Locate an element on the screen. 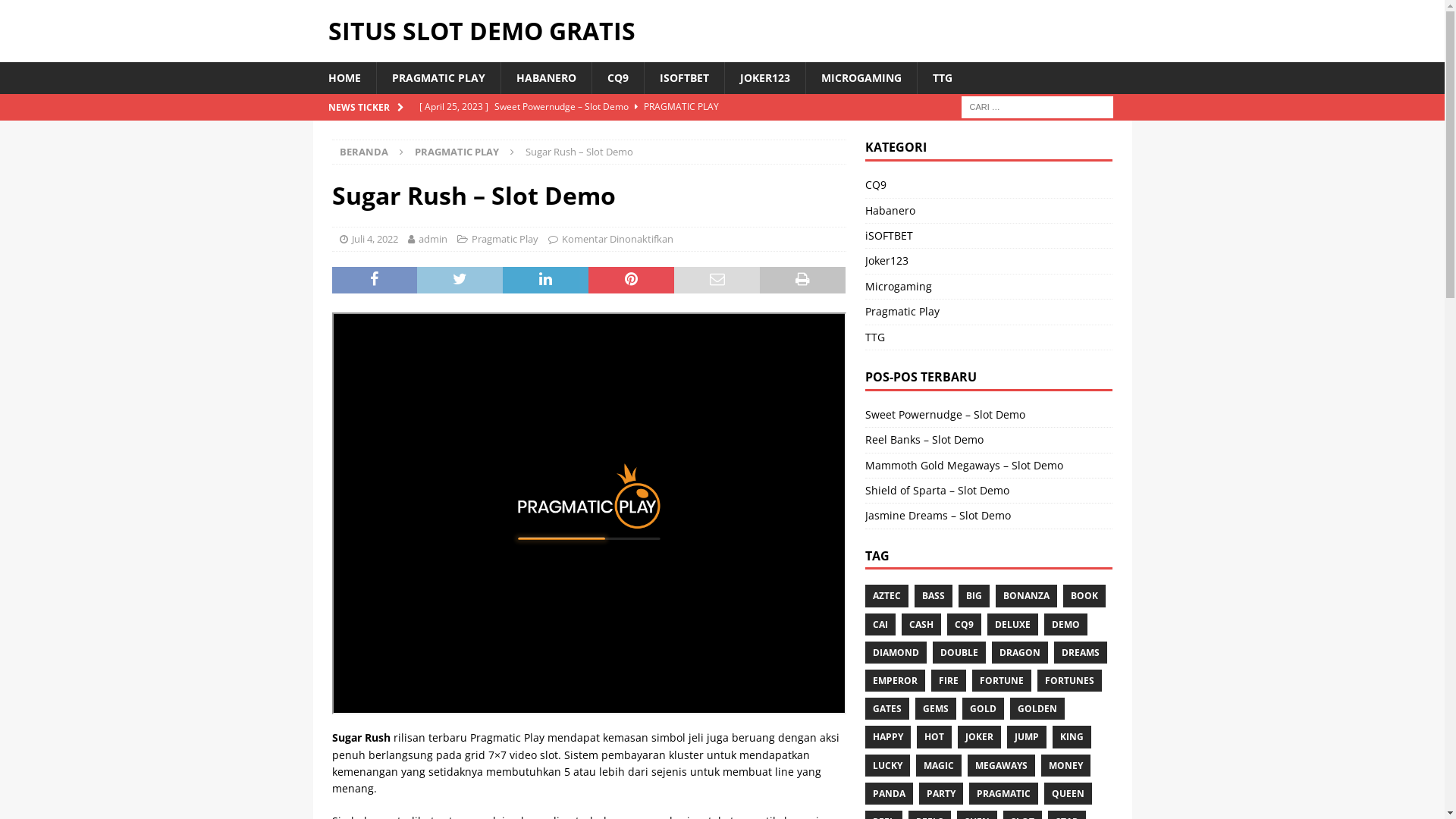 The image size is (1456, 819). 'HOT' is located at coordinates (934, 736).